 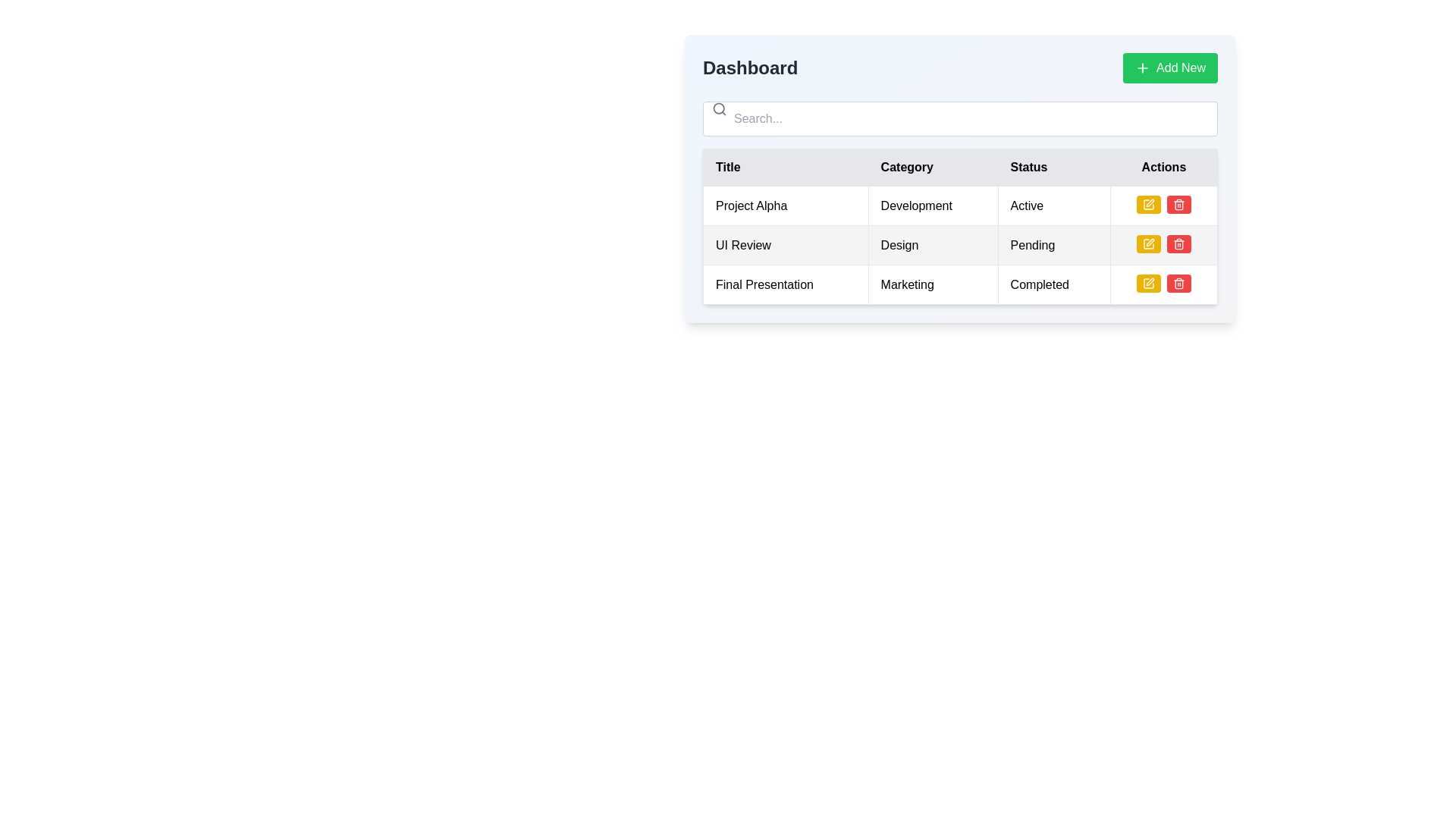 What do you see at coordinates (1148, 243) in the screenshot?
I see `the editing action icon located in the 'Actions' column of the 'UI Review' row` at bounding box center [1148, 243].